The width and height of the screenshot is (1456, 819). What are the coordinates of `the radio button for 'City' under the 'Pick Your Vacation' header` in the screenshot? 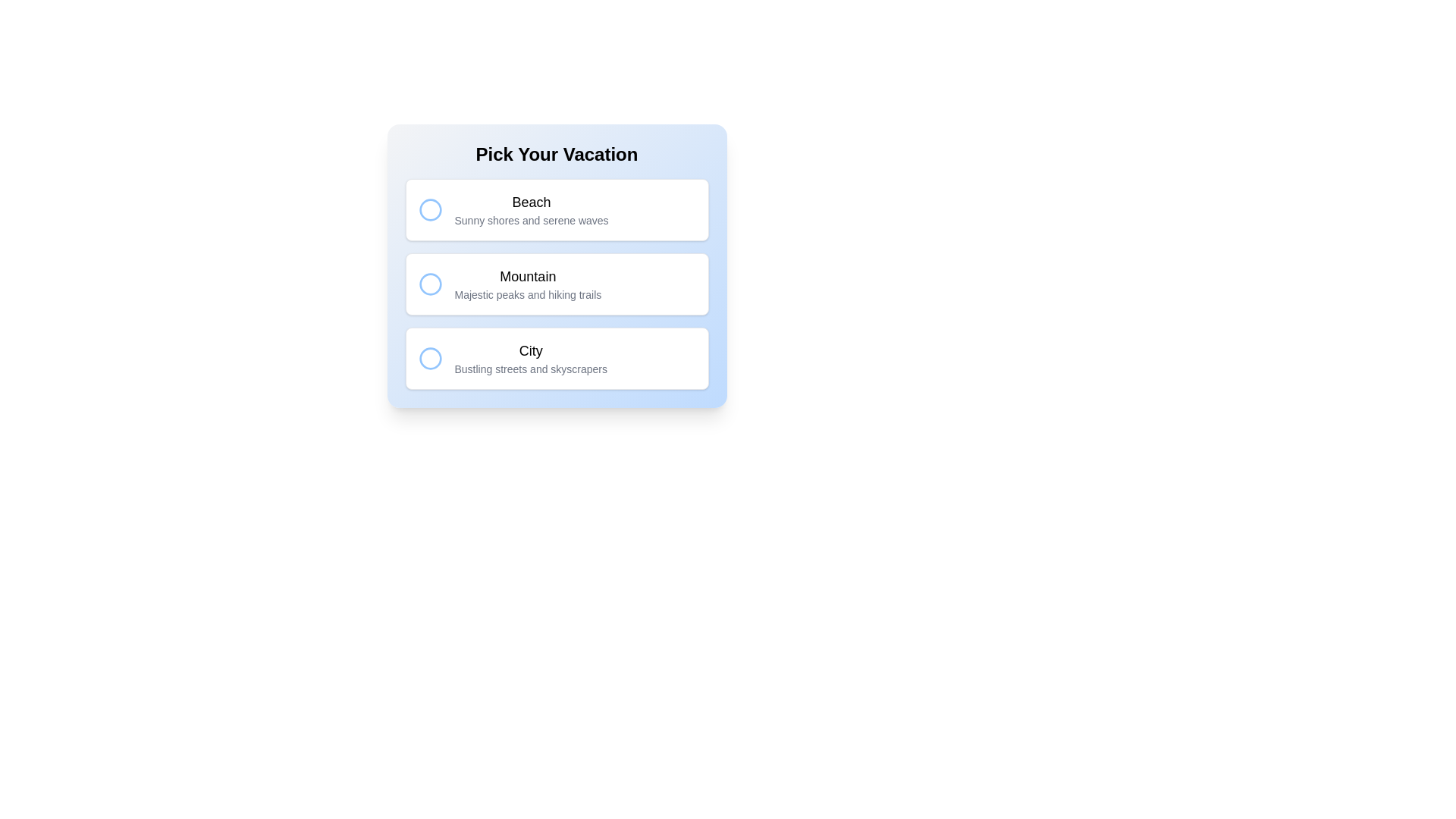 It's located at (429, 359).